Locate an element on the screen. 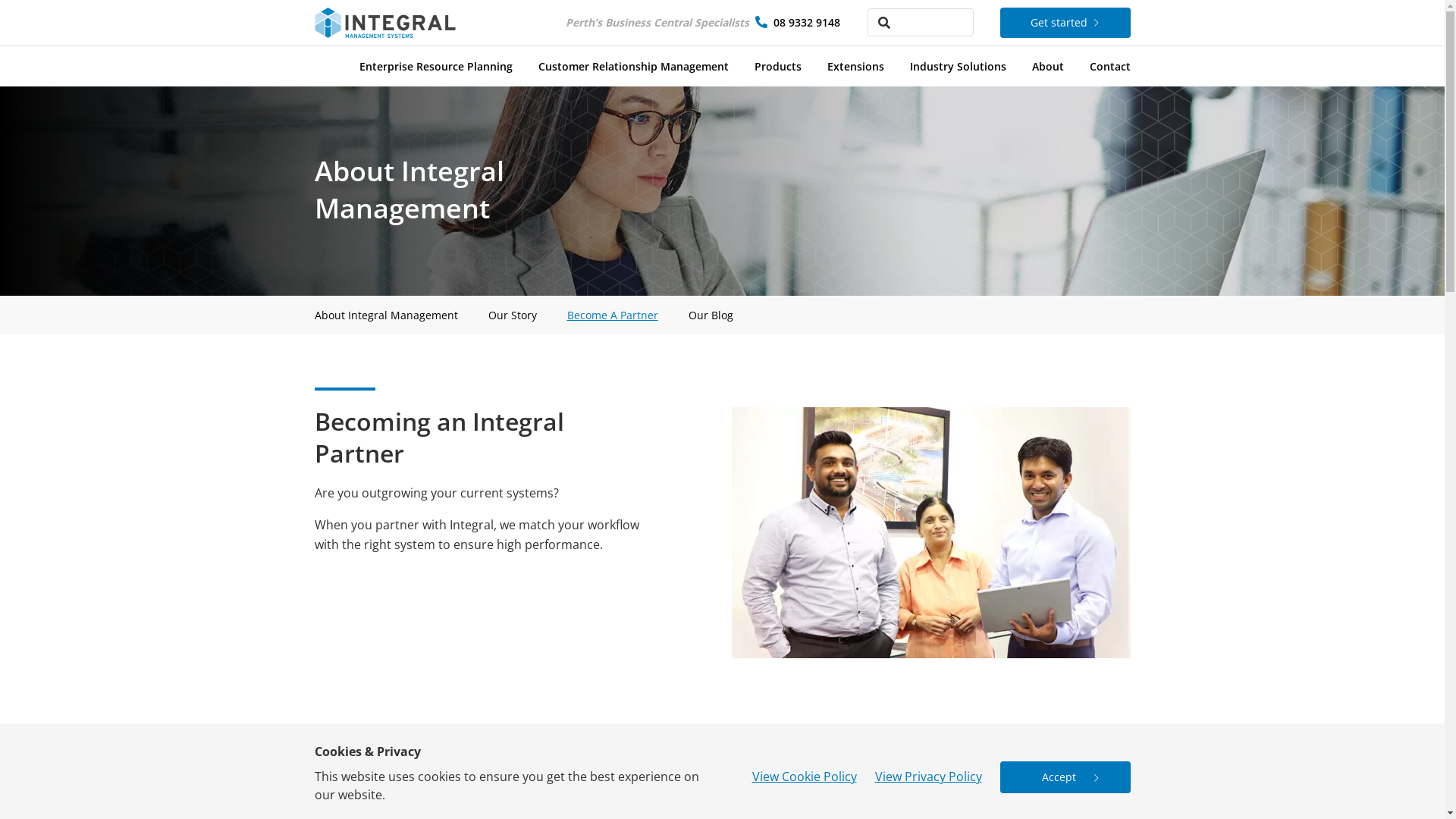 This screenshot has height=819, width=1456. 'View Privacy Policy' is located at coordinates (927, 776).